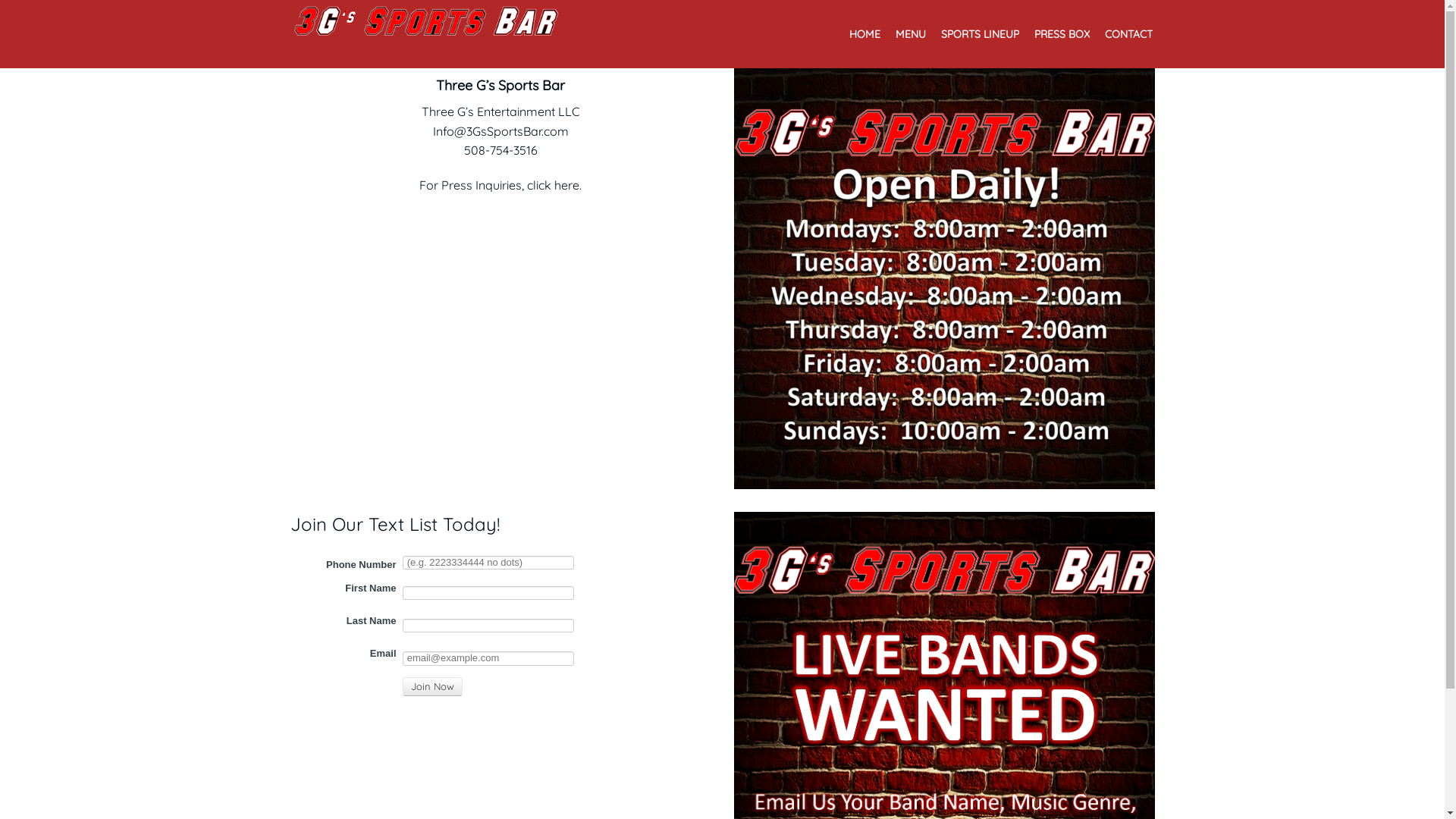  I want to click on 'HOME', so click(864, 37).